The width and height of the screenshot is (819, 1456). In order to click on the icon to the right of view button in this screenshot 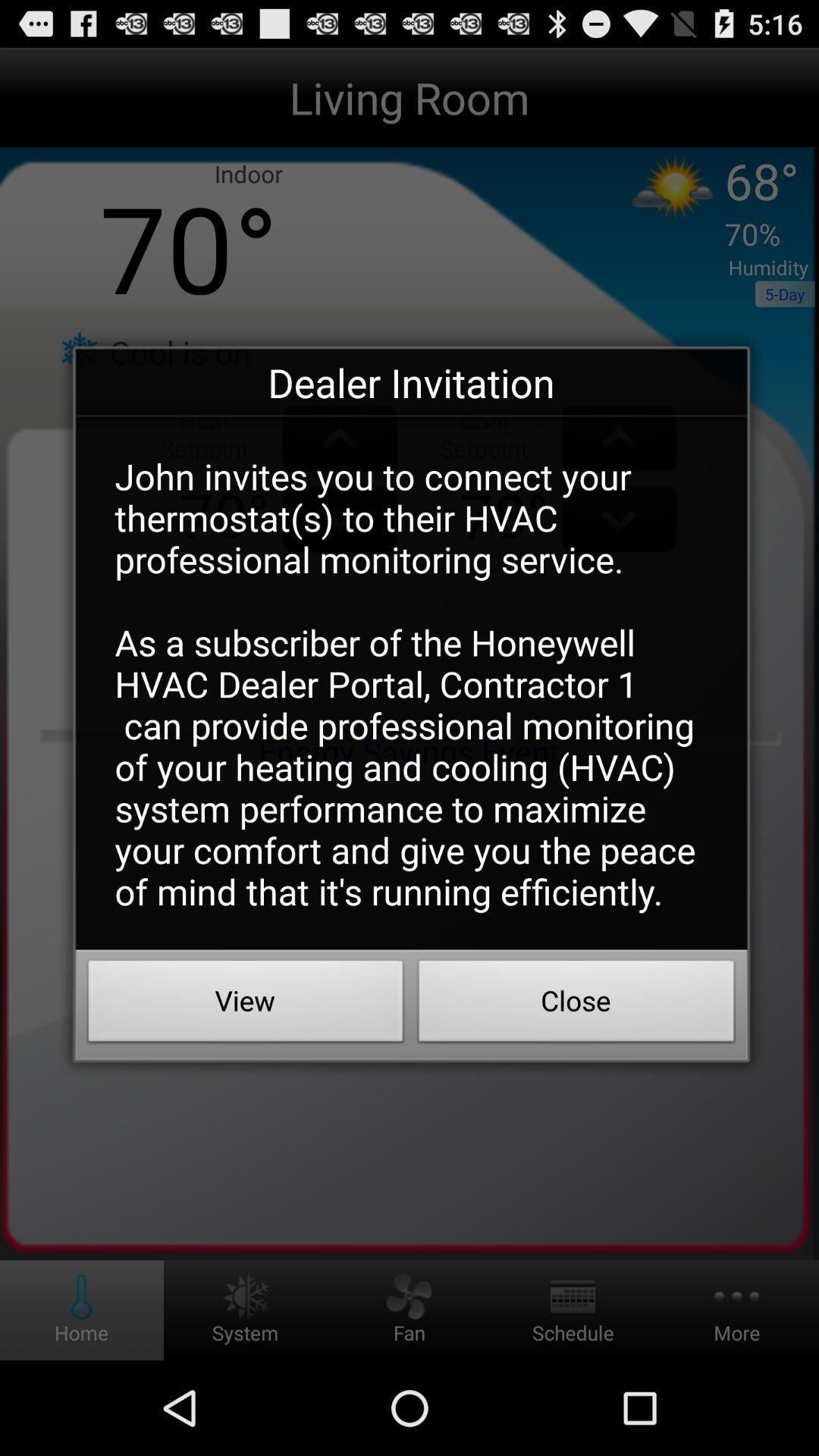, I will do `click(576, 1005)`.